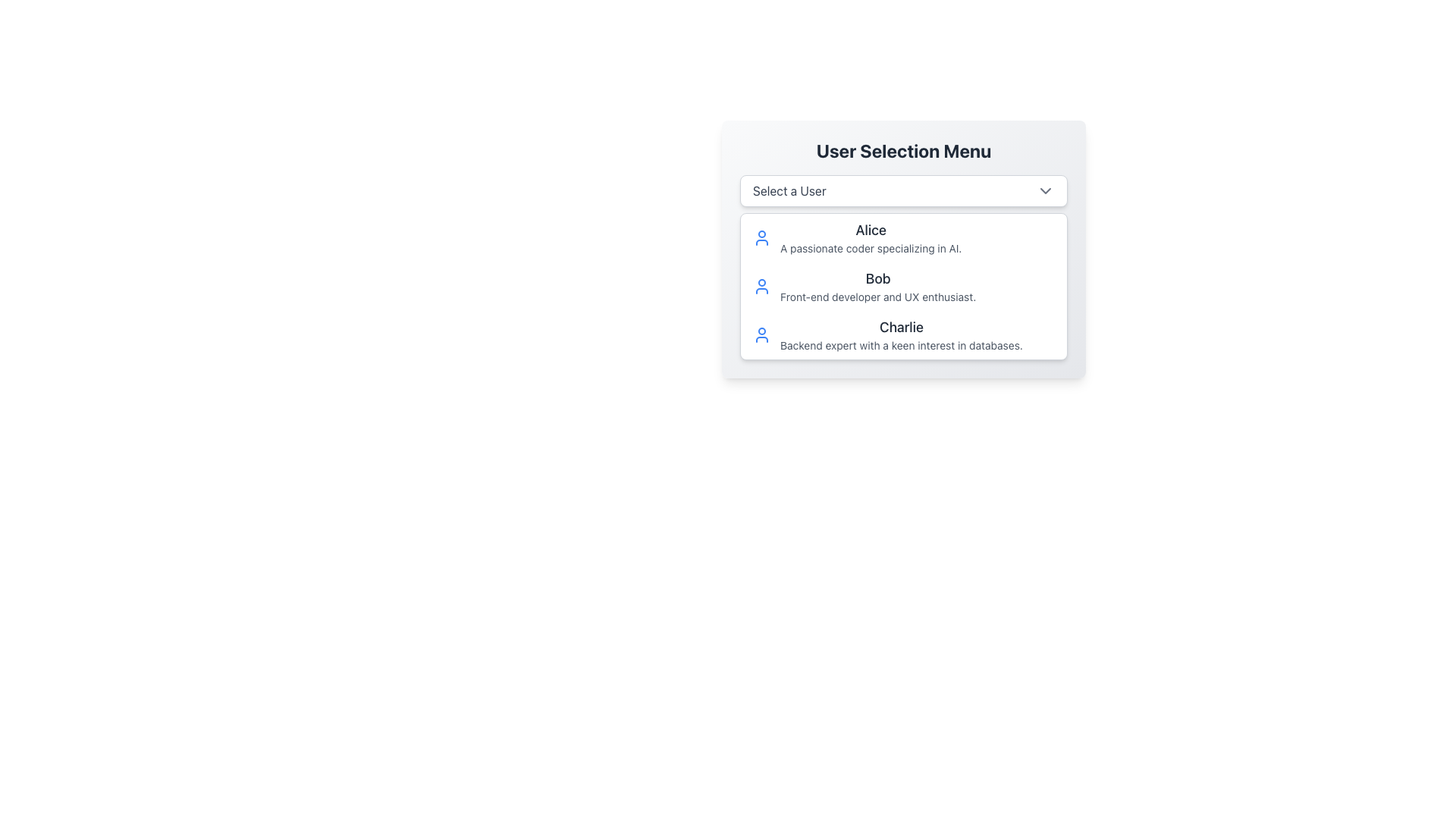  I want to click on the user icon representing 'Bob' in the dropdown menu, located on the left side of his associated list entry, so click(761, 287).